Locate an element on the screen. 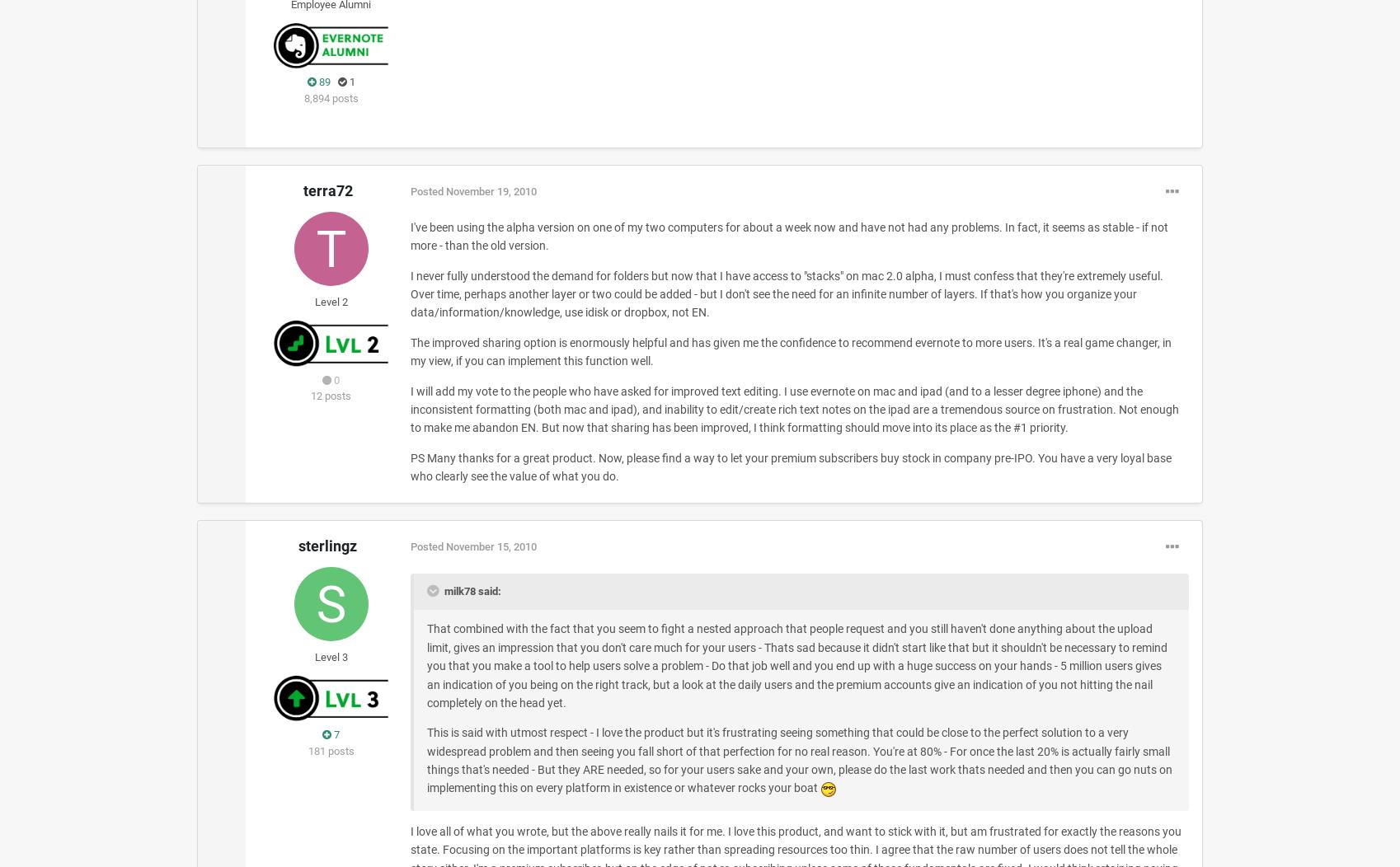 This screenshot has width=1400, height=867. 'November 15, 2010' is located at coordinates (490, 545).